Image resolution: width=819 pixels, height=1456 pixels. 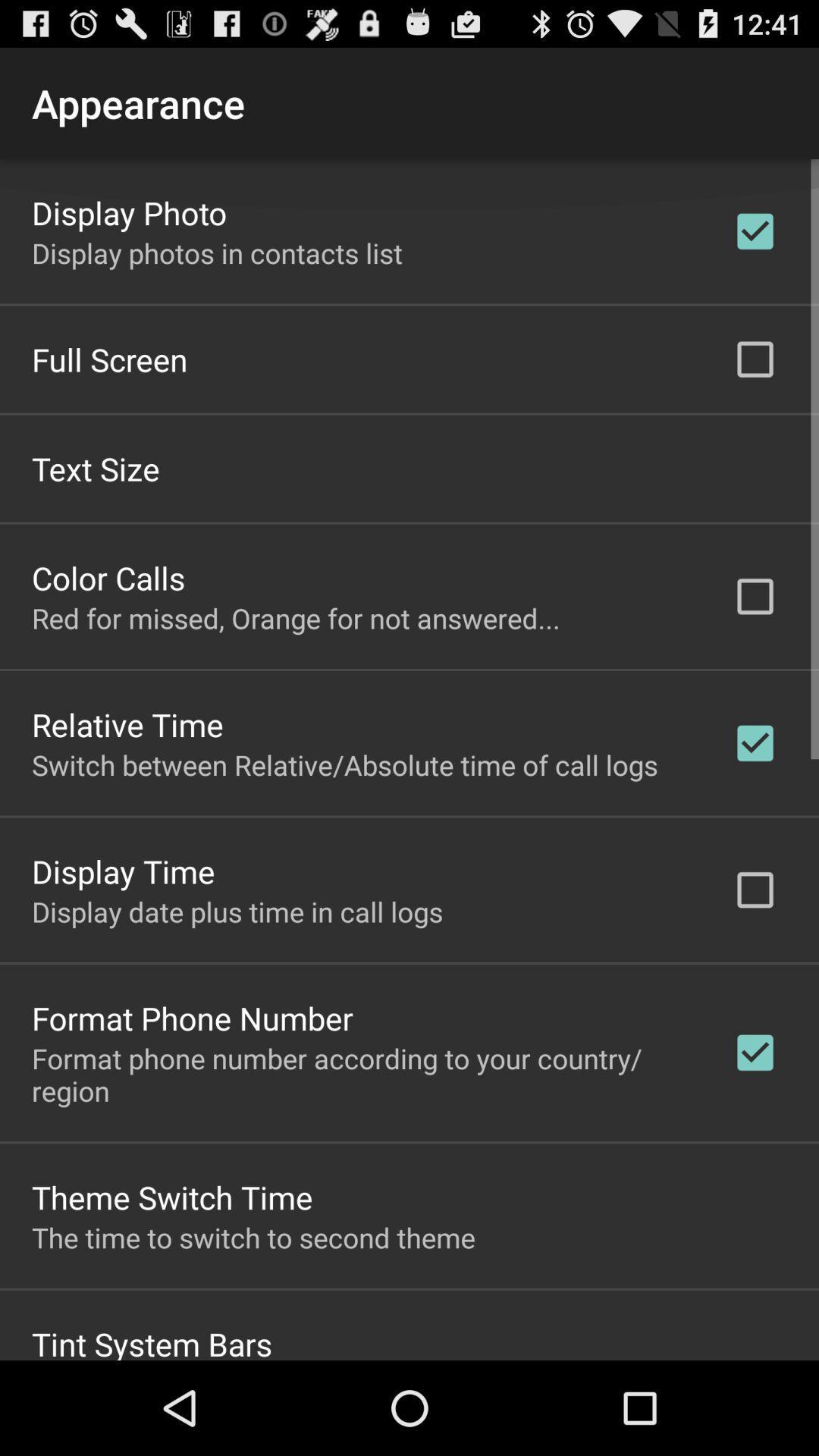 What do you see at coordinates (108, 576) in the screenshot?
I see `color calls icon` at bounding box center [108, 576].